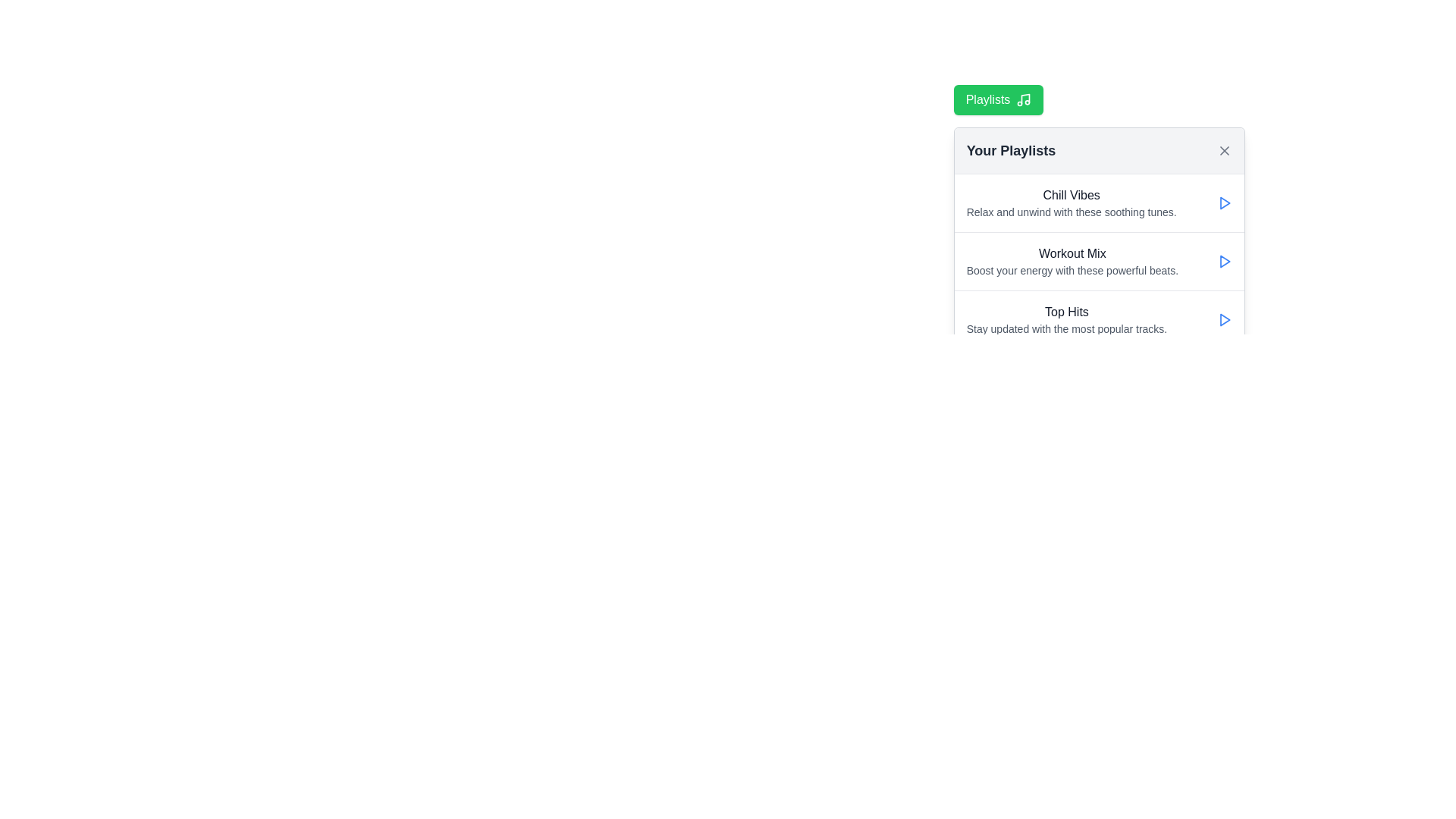 This screenshot has height=819, width=1456. I want to click on the 'Workout Mix' clickable playlist option located in the right-side card, below 'Chill Vibes' and above 'Top Hits', so click(1072, 260).